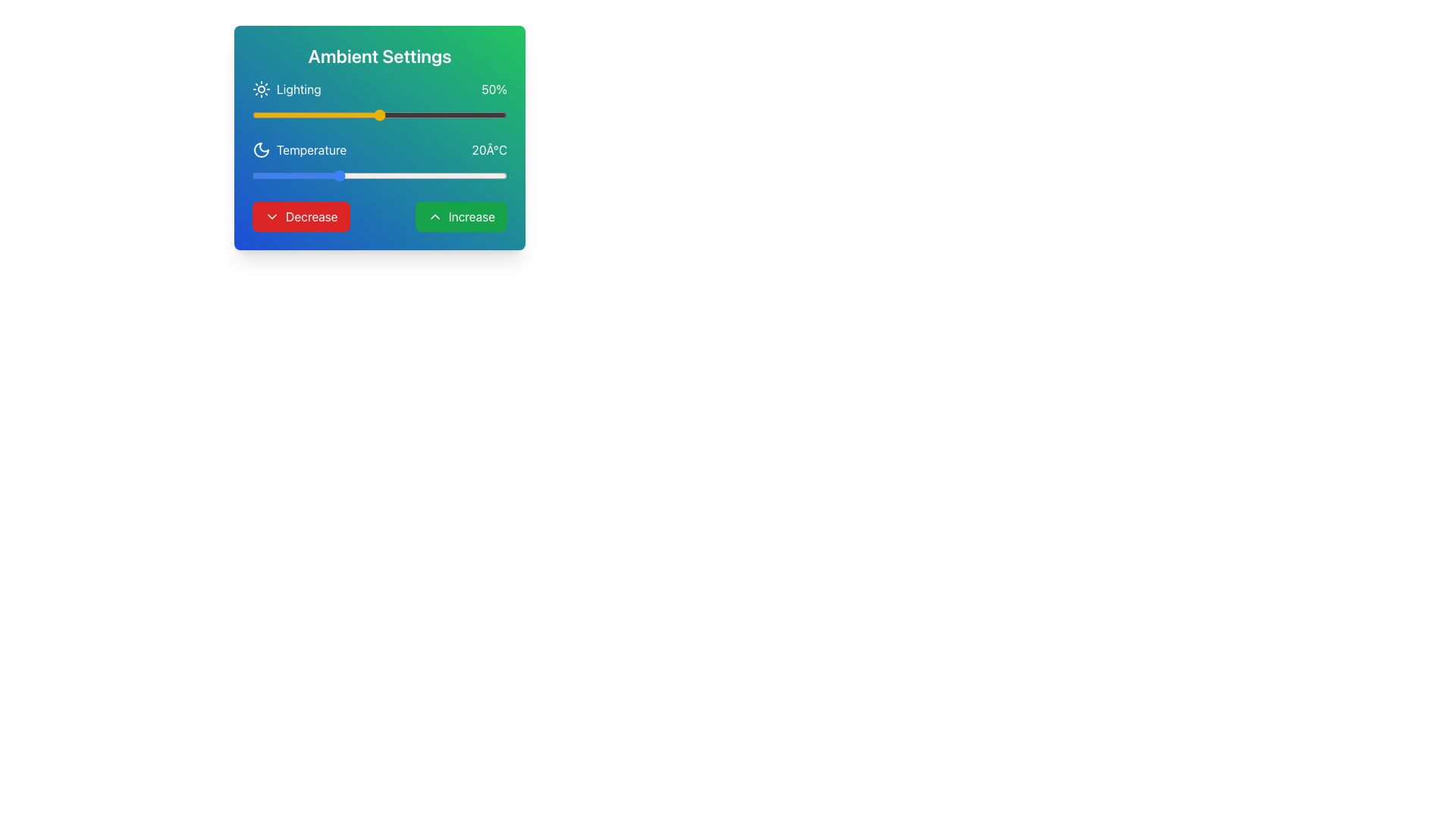  Describe the element at coordinates (379, 89) in the screenshot. I see `the Label with contextual information displaying 'Lighting' and '50%' on a blue to green background, located at the top of the 'Ambient Settings' panel above the lighting adjustment slider` at that location.